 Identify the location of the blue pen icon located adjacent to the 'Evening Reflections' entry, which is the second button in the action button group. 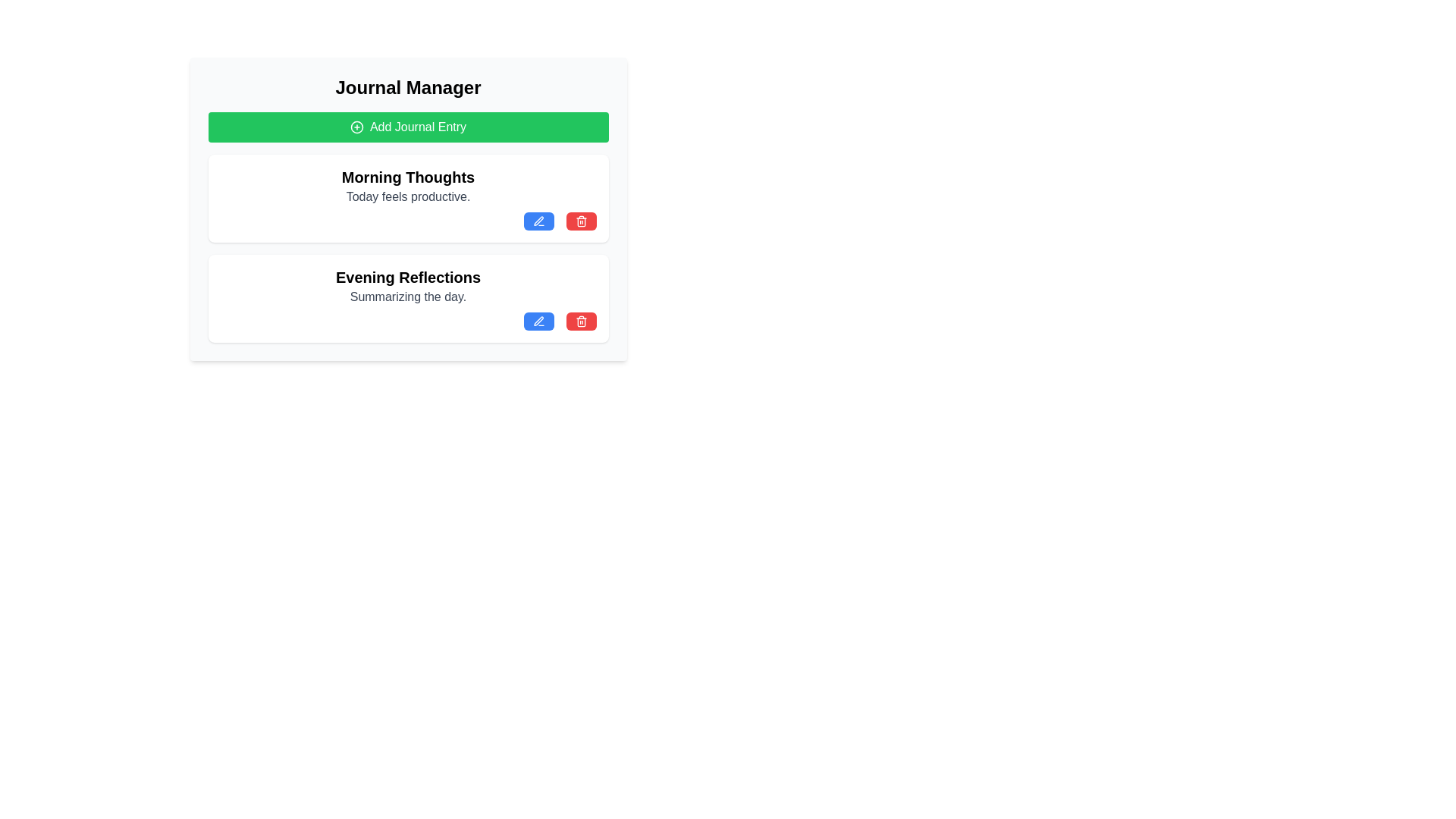
(538, 320).